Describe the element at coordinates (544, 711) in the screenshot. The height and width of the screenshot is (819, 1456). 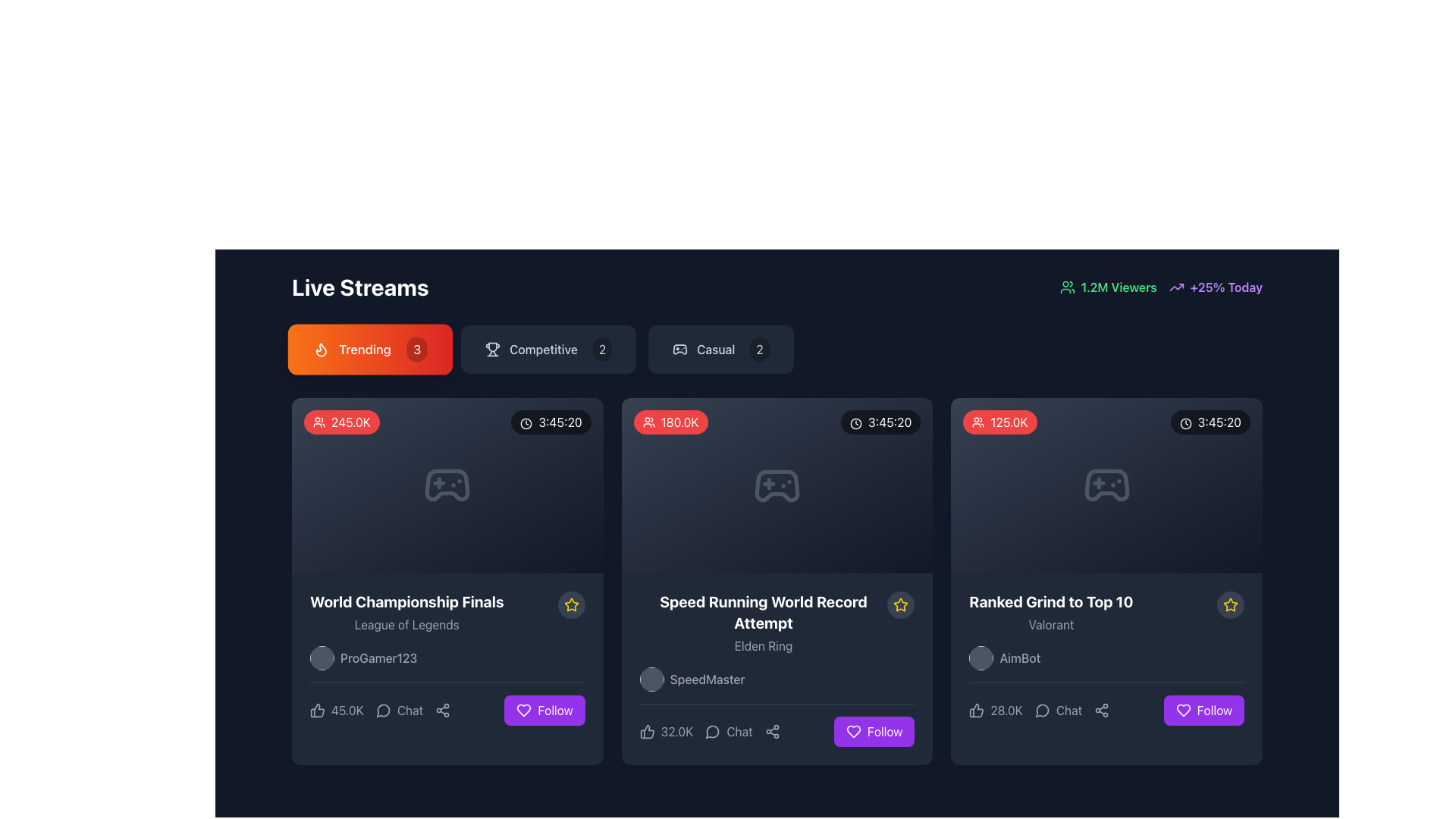
I see `the purple 'Follow' button with a white heart icon` at that location.